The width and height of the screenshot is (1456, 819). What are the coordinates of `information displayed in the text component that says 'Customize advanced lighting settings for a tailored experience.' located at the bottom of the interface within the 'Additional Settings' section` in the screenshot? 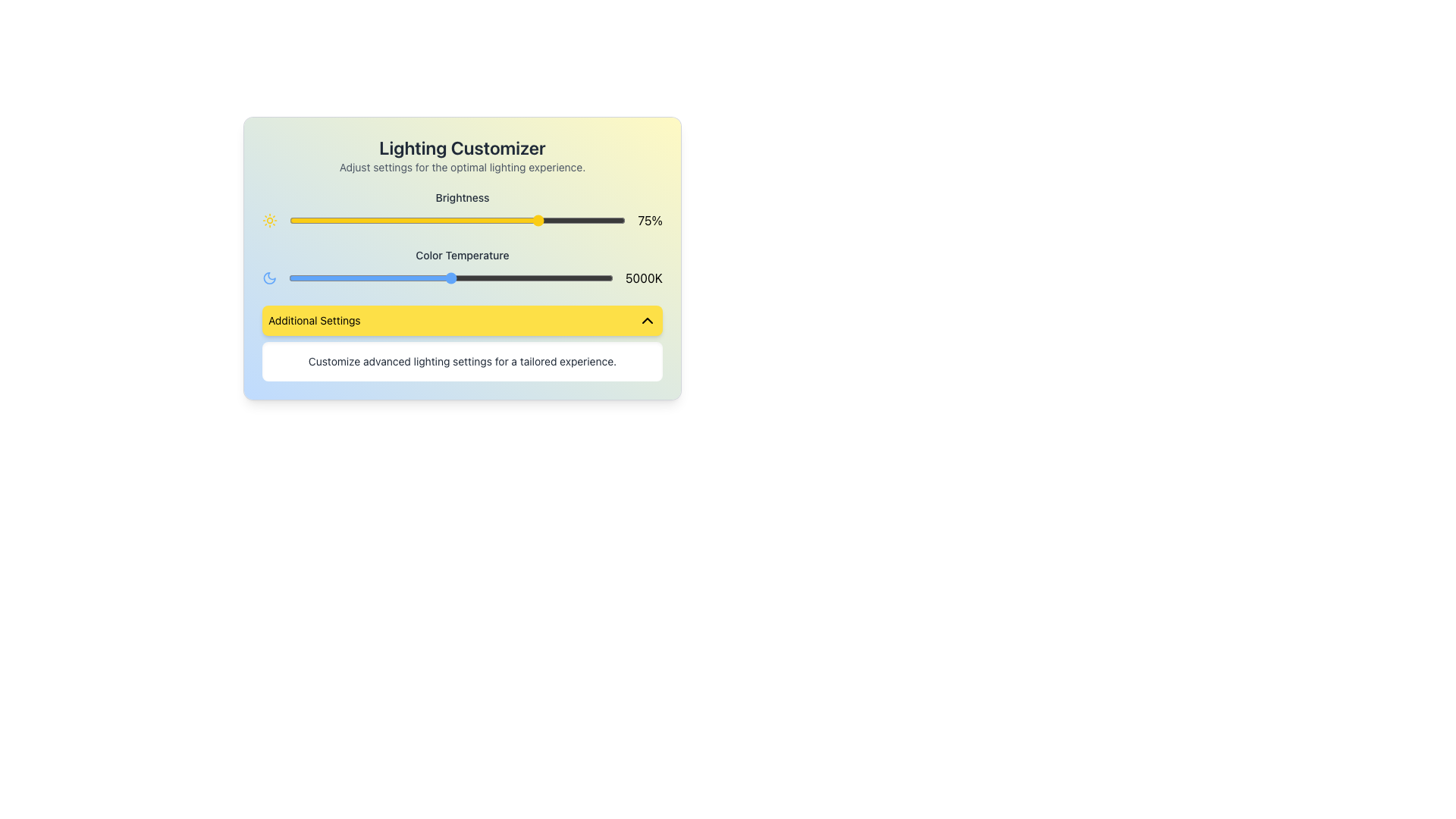 It's located at (461, 362).